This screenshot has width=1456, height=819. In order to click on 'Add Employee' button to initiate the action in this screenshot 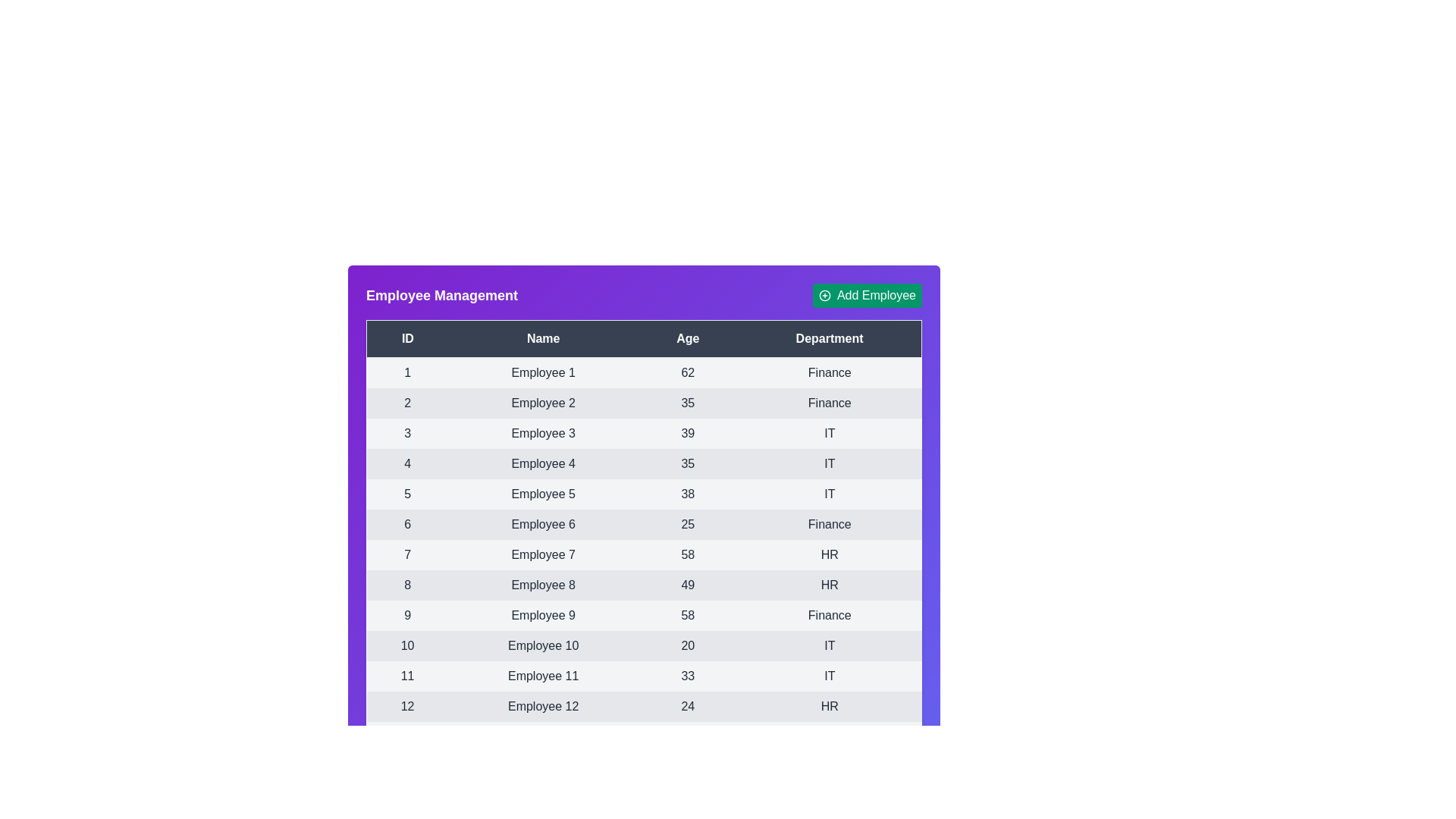, I will do `click(867, 295)`.